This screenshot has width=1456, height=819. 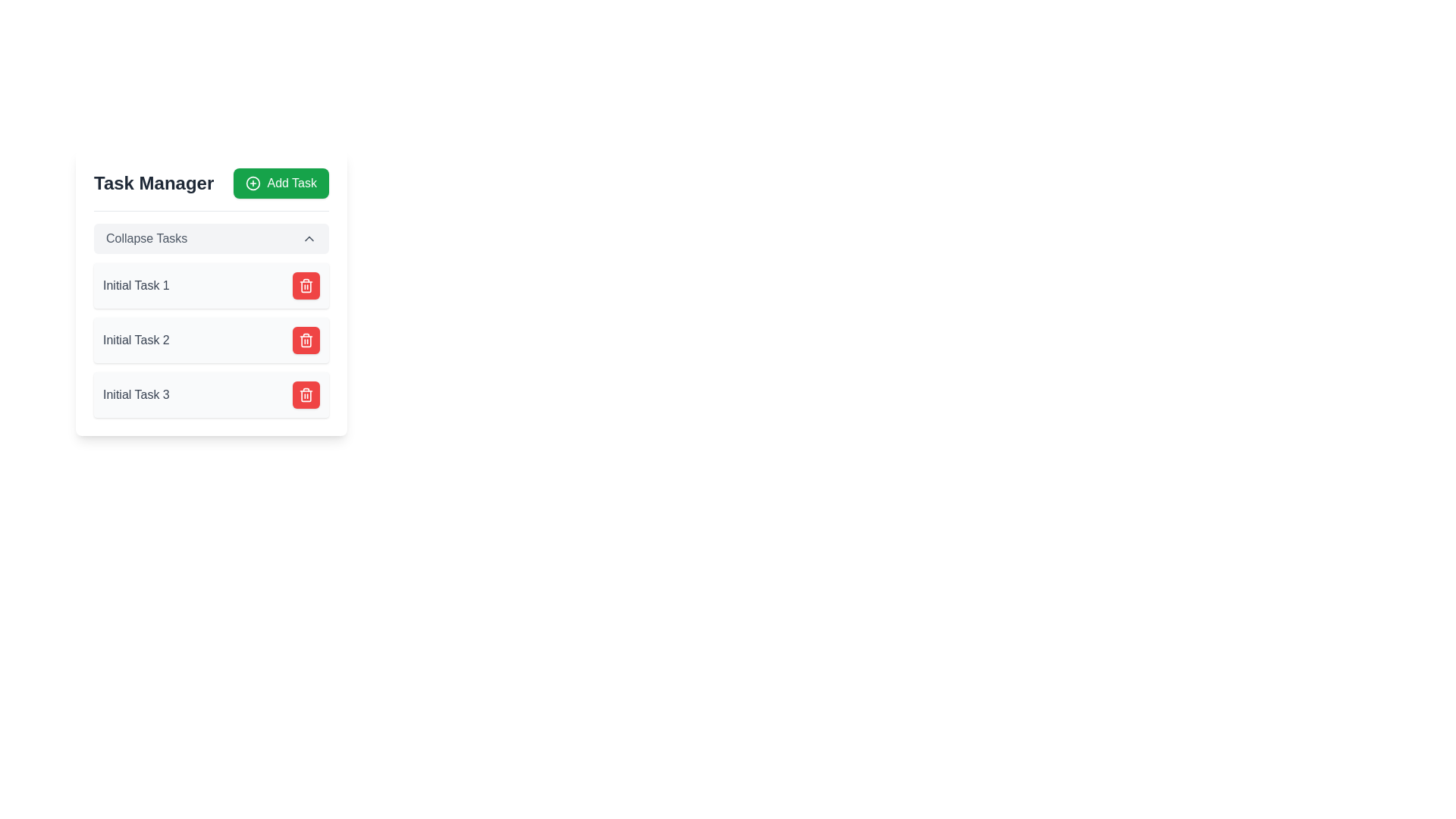 What do you see at coordinates (281, 183) in the screenshot?
I see `the button positioned to the right of the 'Task Manager' text` at bounding box center [281, 183].